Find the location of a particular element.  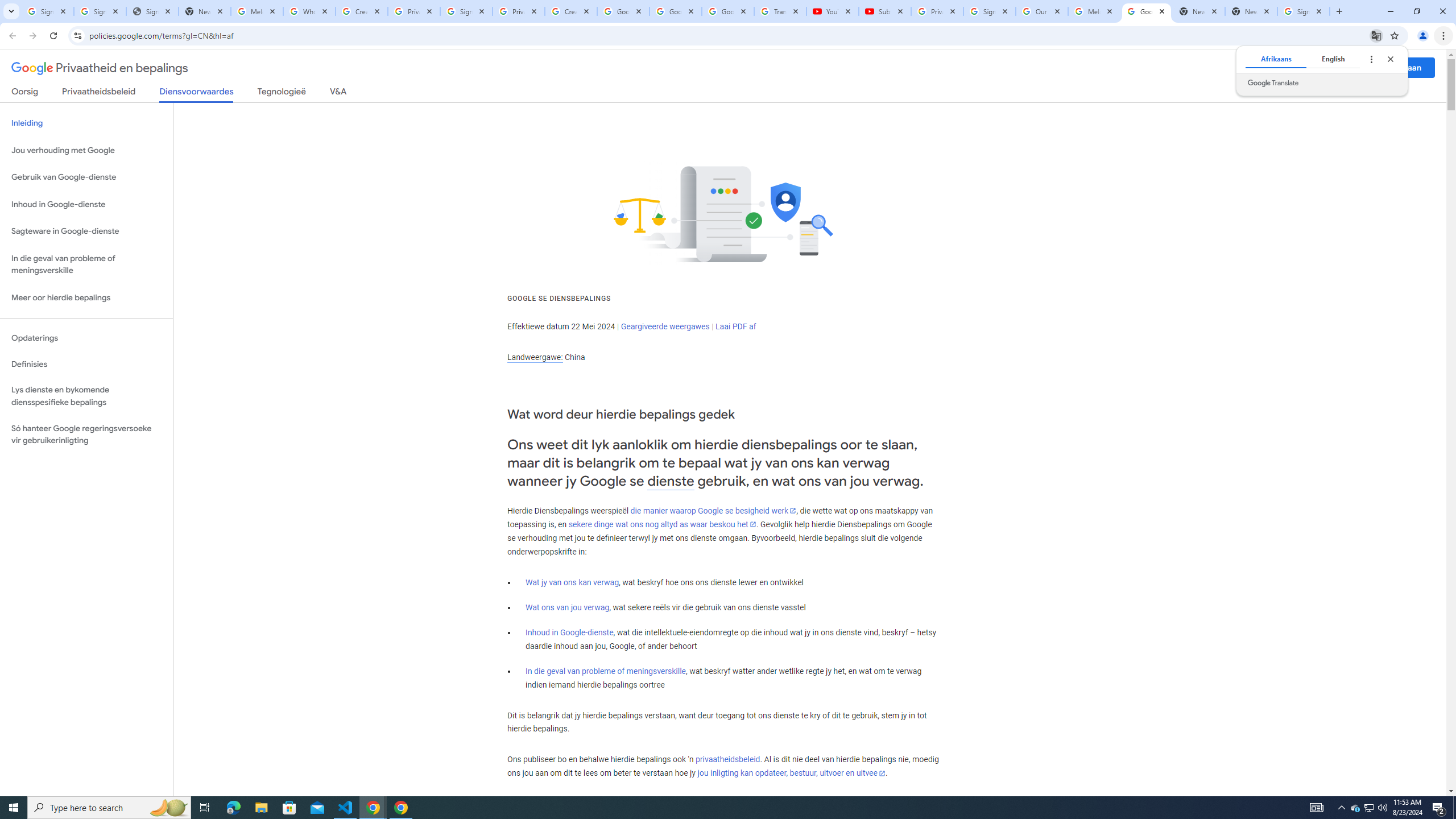

'Opdaterings' is located at coordinates (86, 337).